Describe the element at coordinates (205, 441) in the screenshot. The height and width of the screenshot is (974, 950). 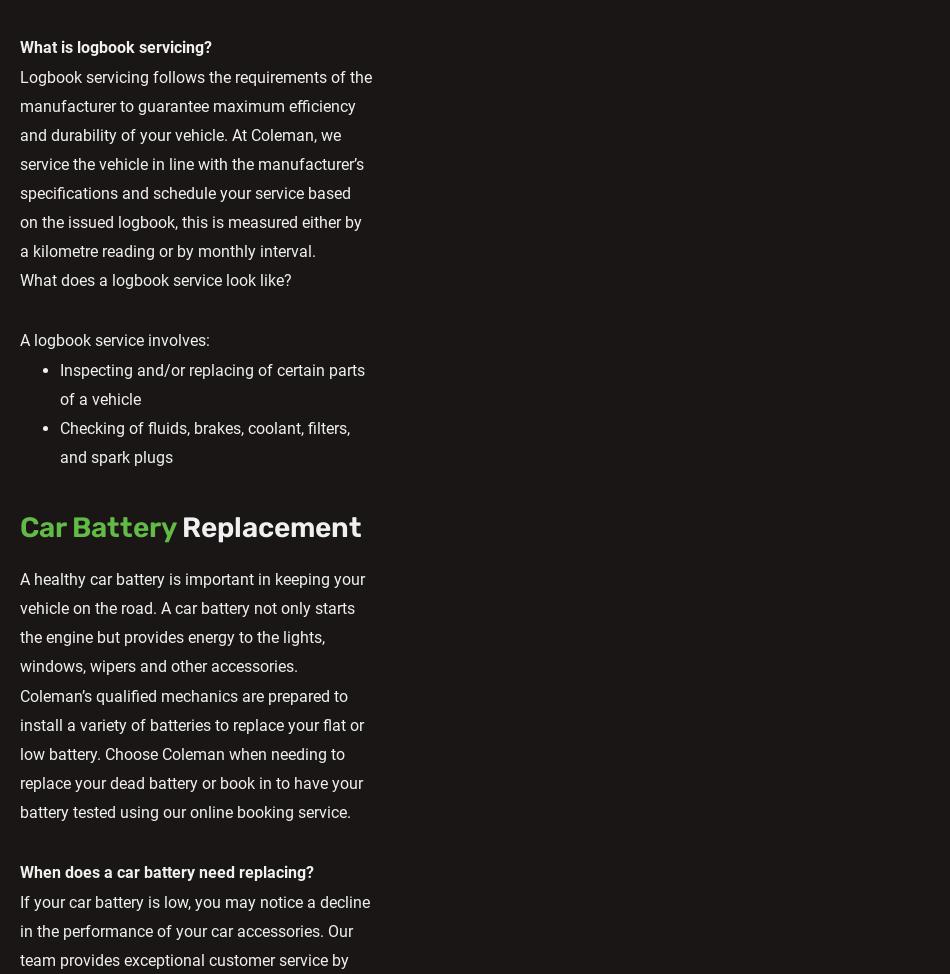
I see `'Checking of fluids, brakes, coolant, filters, and spark plugs'` at that location.